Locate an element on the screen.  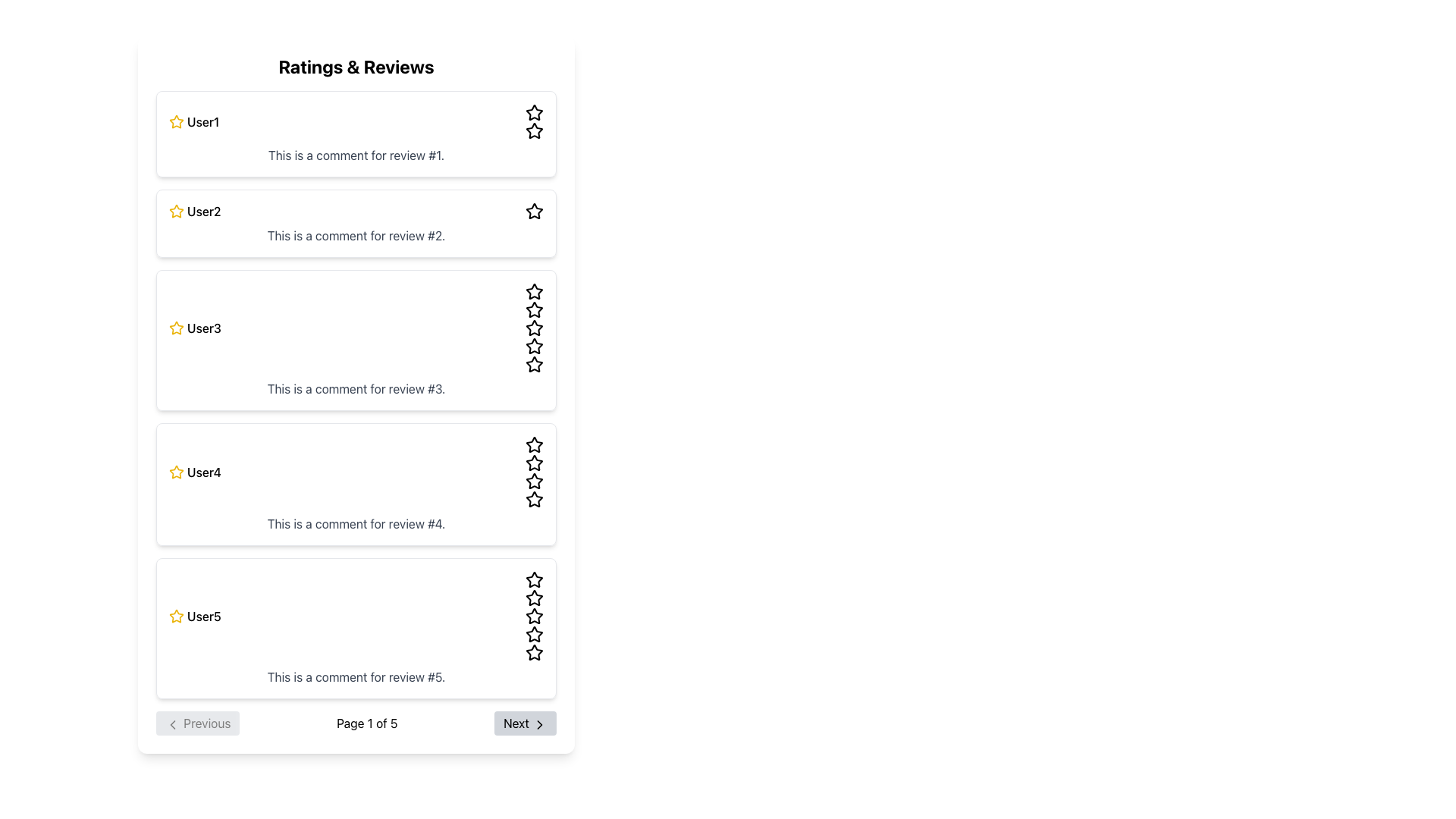
the third star in the rating component for the fourth review item ('User4') is located at coordinates (535, 462).